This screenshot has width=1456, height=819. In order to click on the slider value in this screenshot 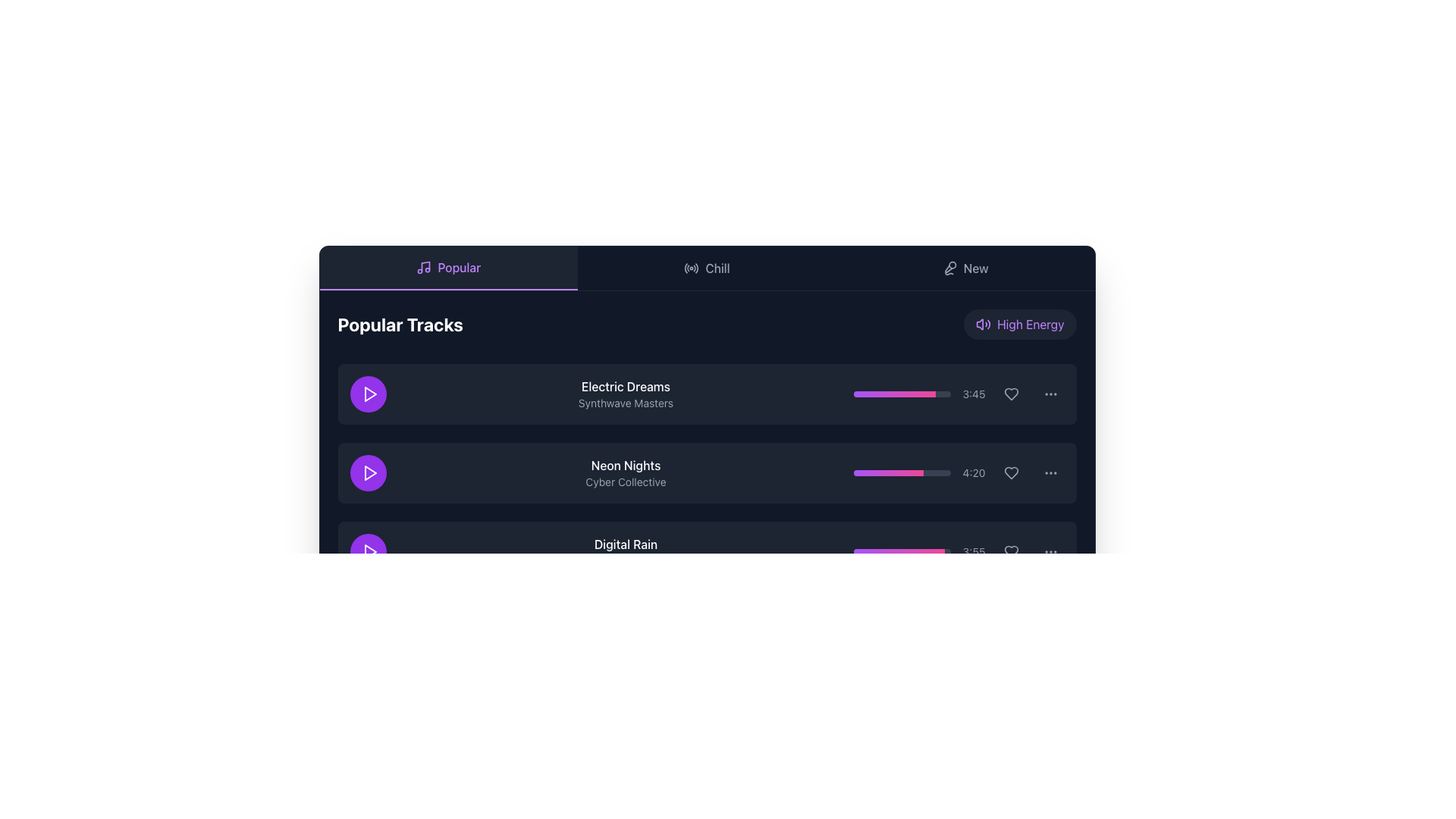, I will do `click(905, 552)`.